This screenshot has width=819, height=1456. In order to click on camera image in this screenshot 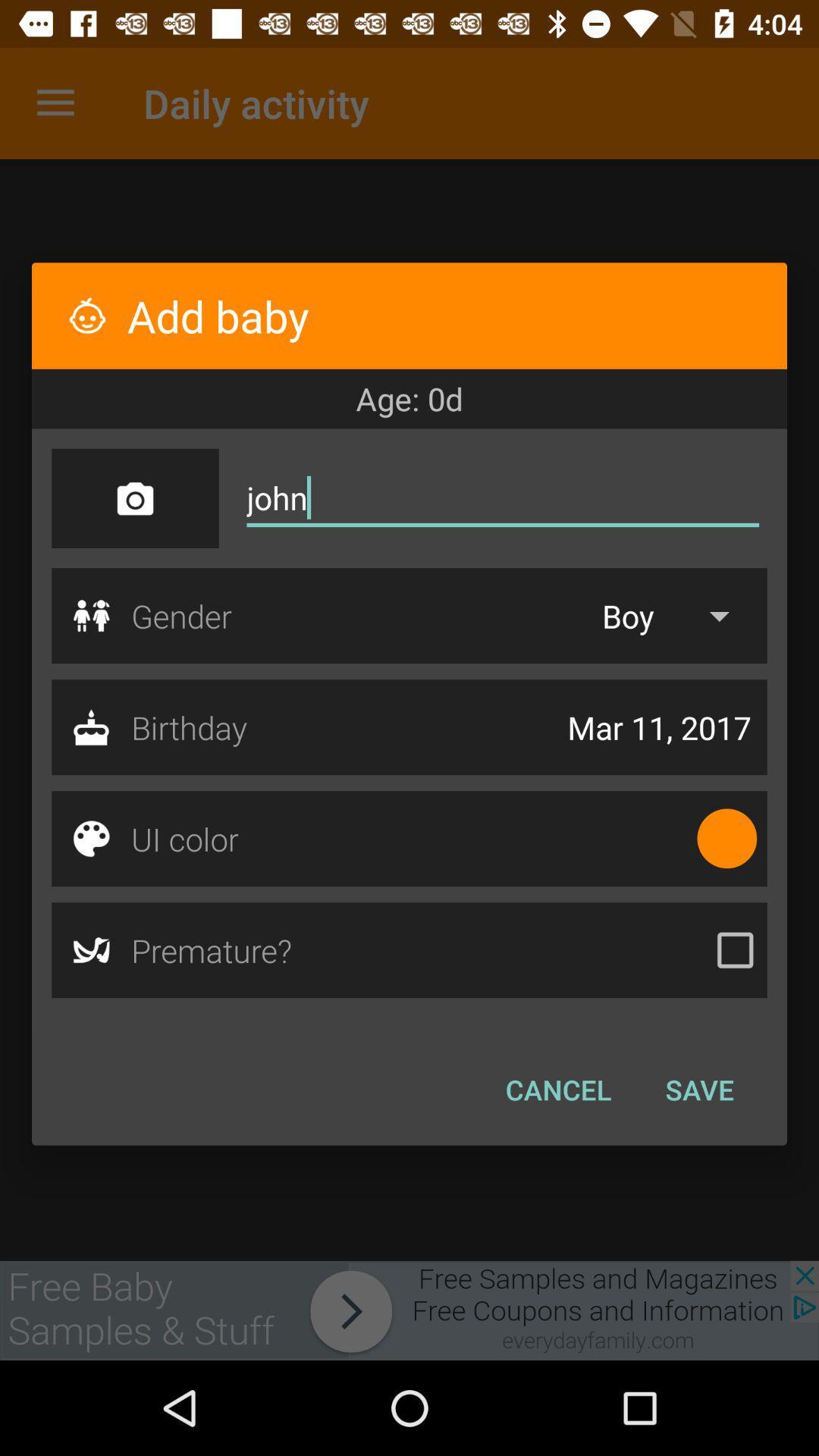, I will do `click(134, 498)`.